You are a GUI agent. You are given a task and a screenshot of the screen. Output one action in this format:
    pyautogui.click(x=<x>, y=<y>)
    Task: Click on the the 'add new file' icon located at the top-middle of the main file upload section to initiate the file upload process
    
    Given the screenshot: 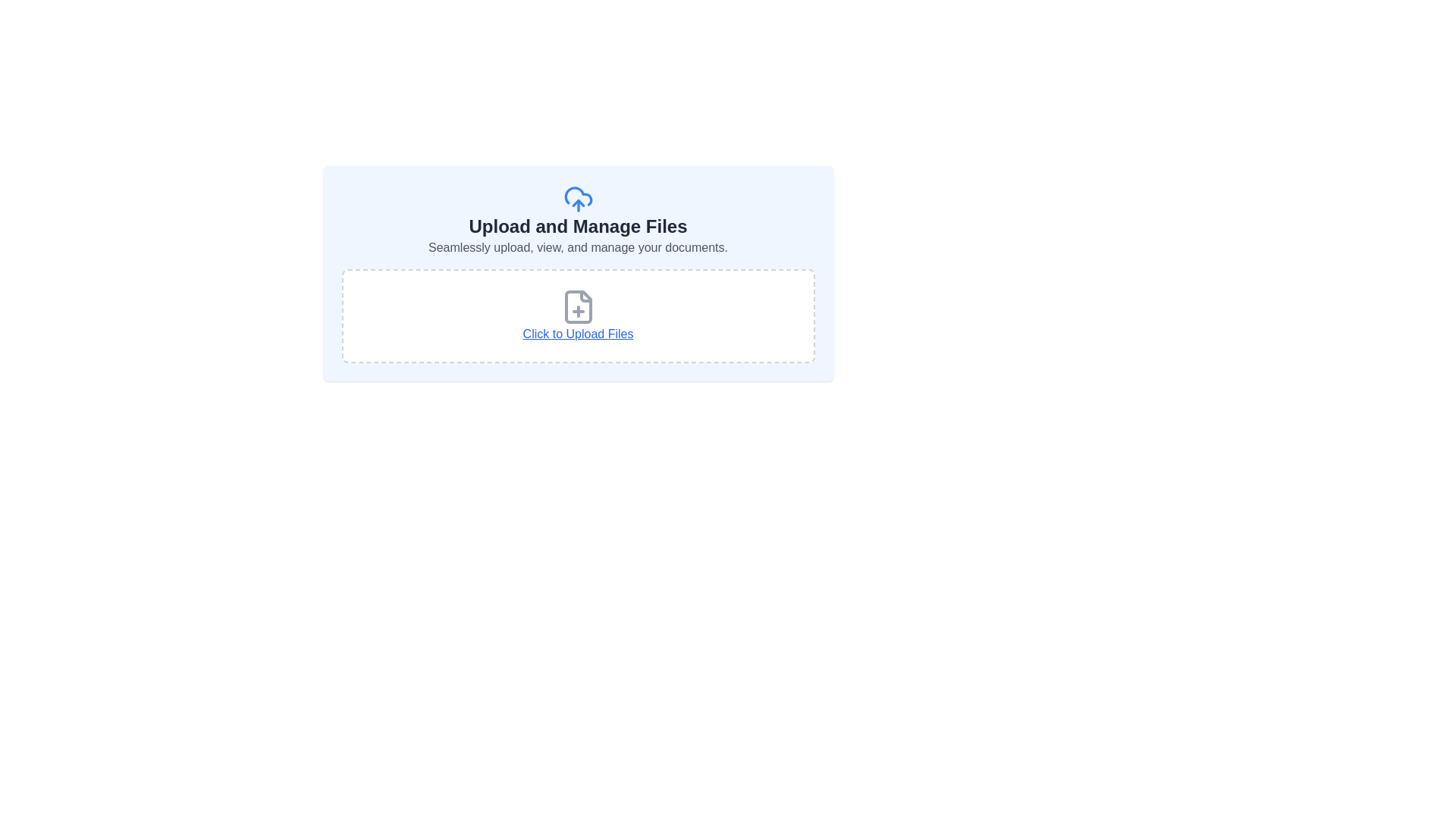 What is the action you would take?
    pyautogui.click(x=577, y=307)
    